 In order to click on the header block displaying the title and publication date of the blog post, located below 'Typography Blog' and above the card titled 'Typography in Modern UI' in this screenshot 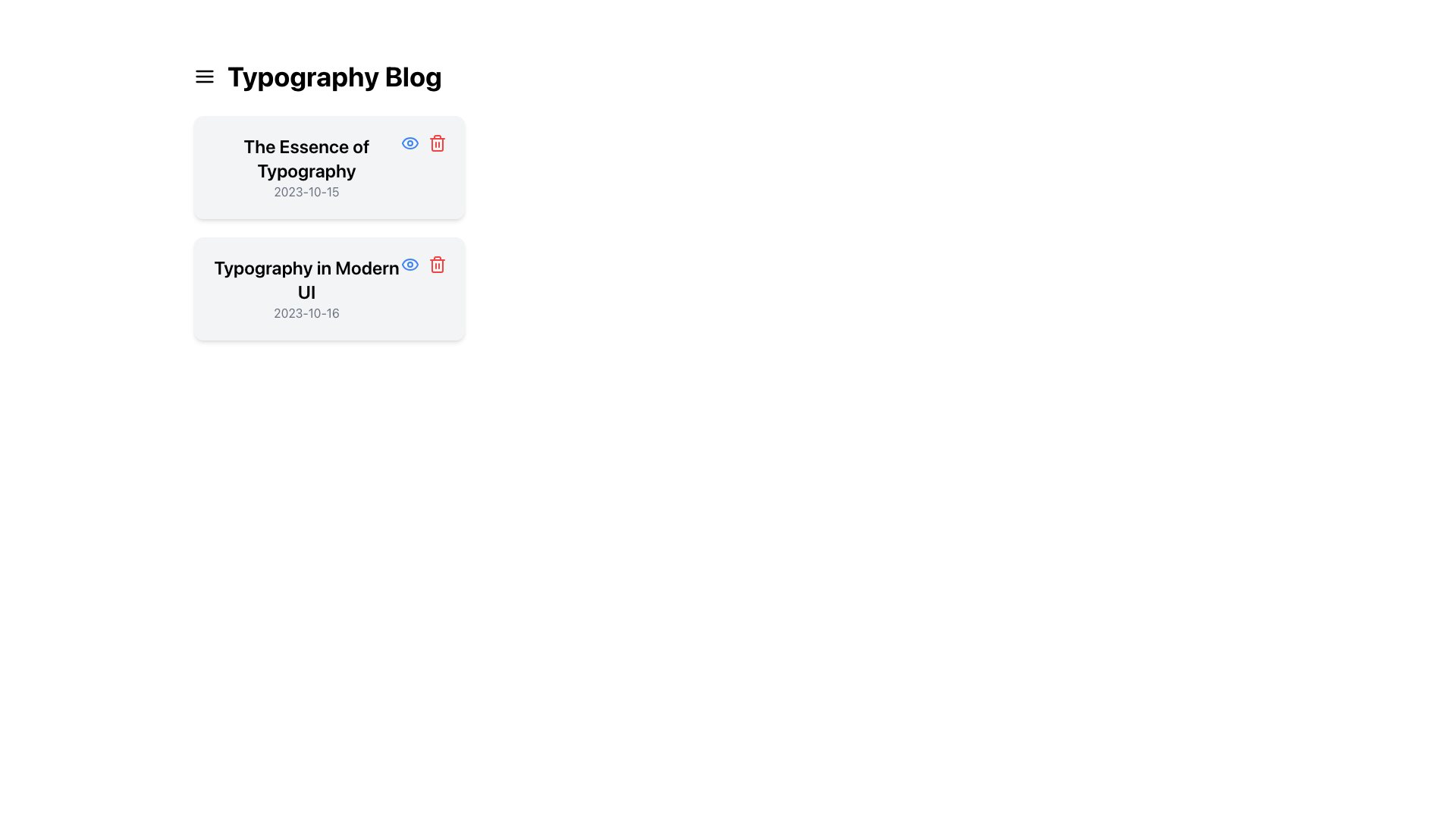, I will do `click(328, 167)`.